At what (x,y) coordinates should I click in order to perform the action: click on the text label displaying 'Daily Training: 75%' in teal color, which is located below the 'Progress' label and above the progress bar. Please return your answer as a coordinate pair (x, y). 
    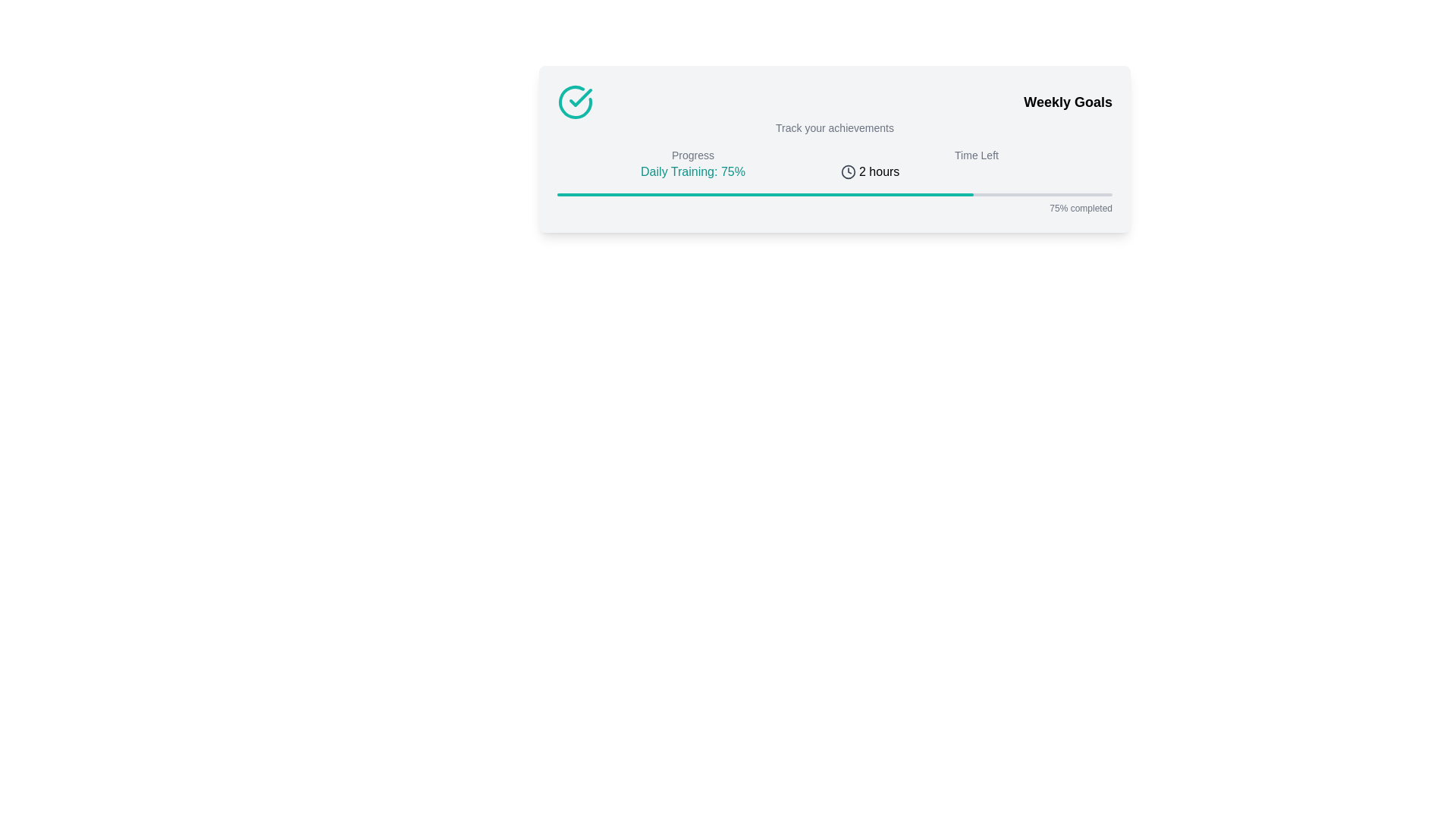
    Looking at the image, I should click on (692, 171).